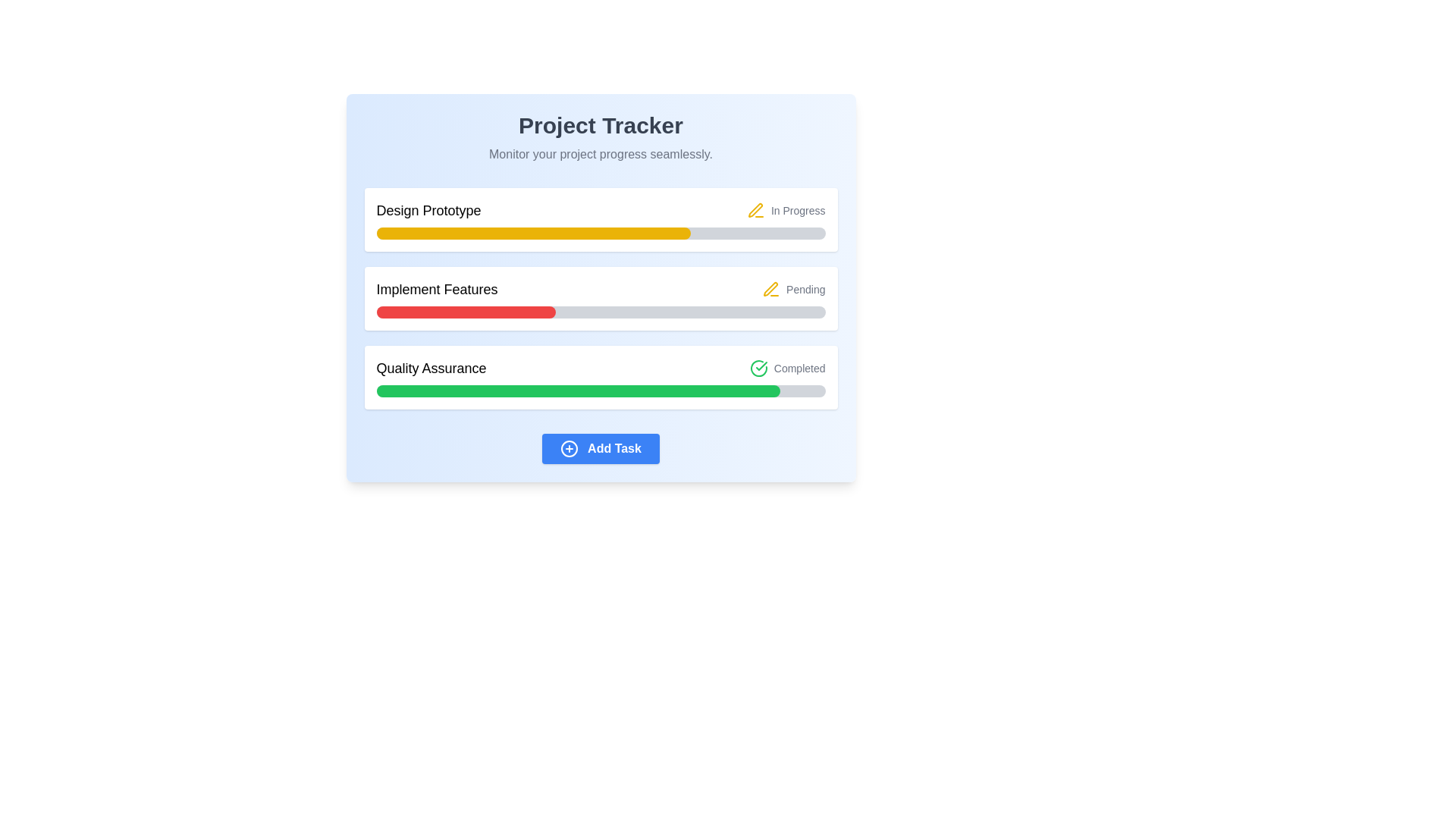 The width and height of the screenshot is (1456, 819). I want to click on the 'Add Task' button, which is a rectangular button with rounded corners, styled with a blue background and white text, located below the progress tracking sections, so click(600, 447).